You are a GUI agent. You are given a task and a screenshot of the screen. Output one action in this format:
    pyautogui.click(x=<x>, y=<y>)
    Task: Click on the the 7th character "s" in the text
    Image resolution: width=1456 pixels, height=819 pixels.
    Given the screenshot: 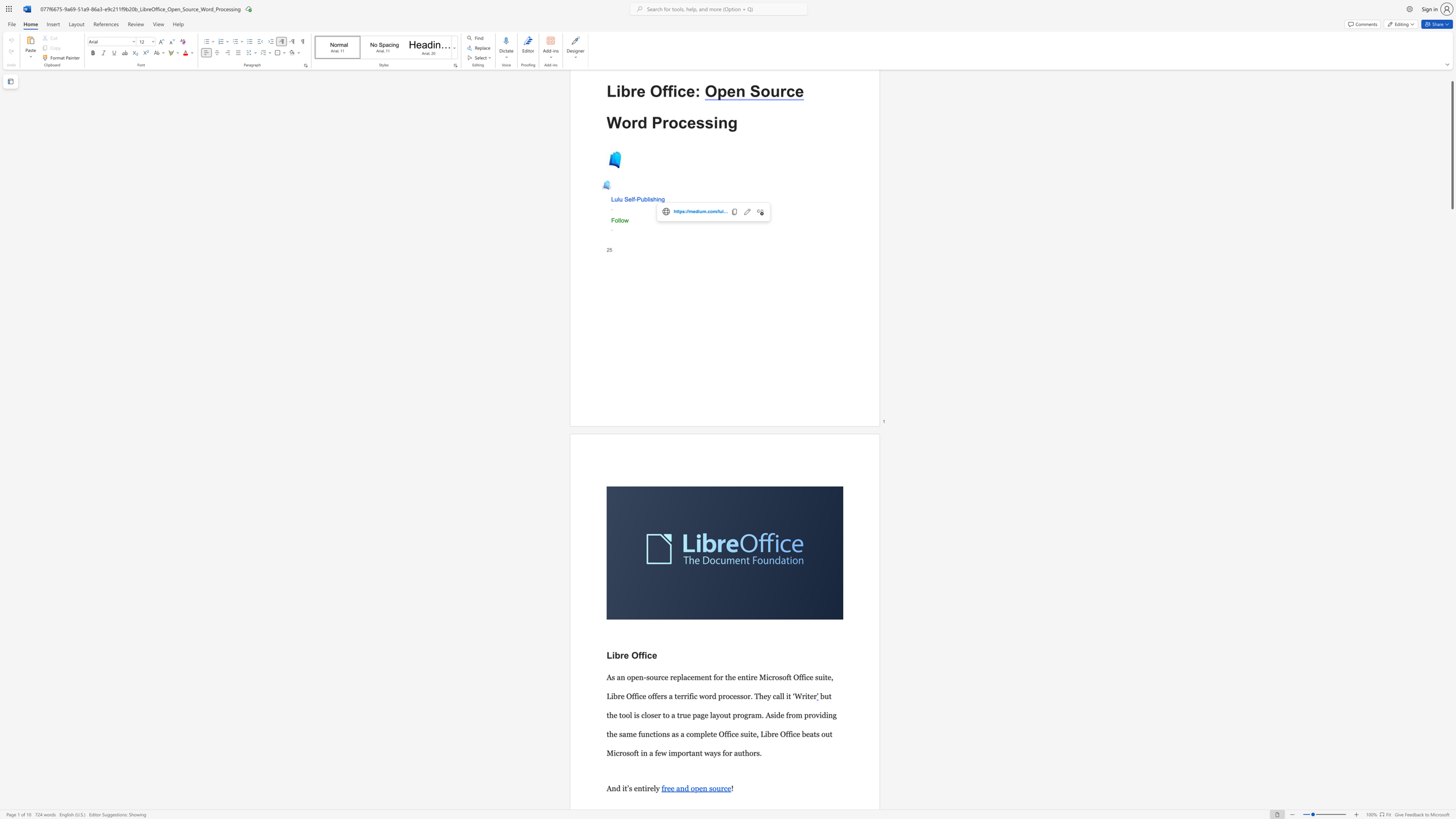 What is the action you would take?
    pyautogui.click(x=742, y=696)
    